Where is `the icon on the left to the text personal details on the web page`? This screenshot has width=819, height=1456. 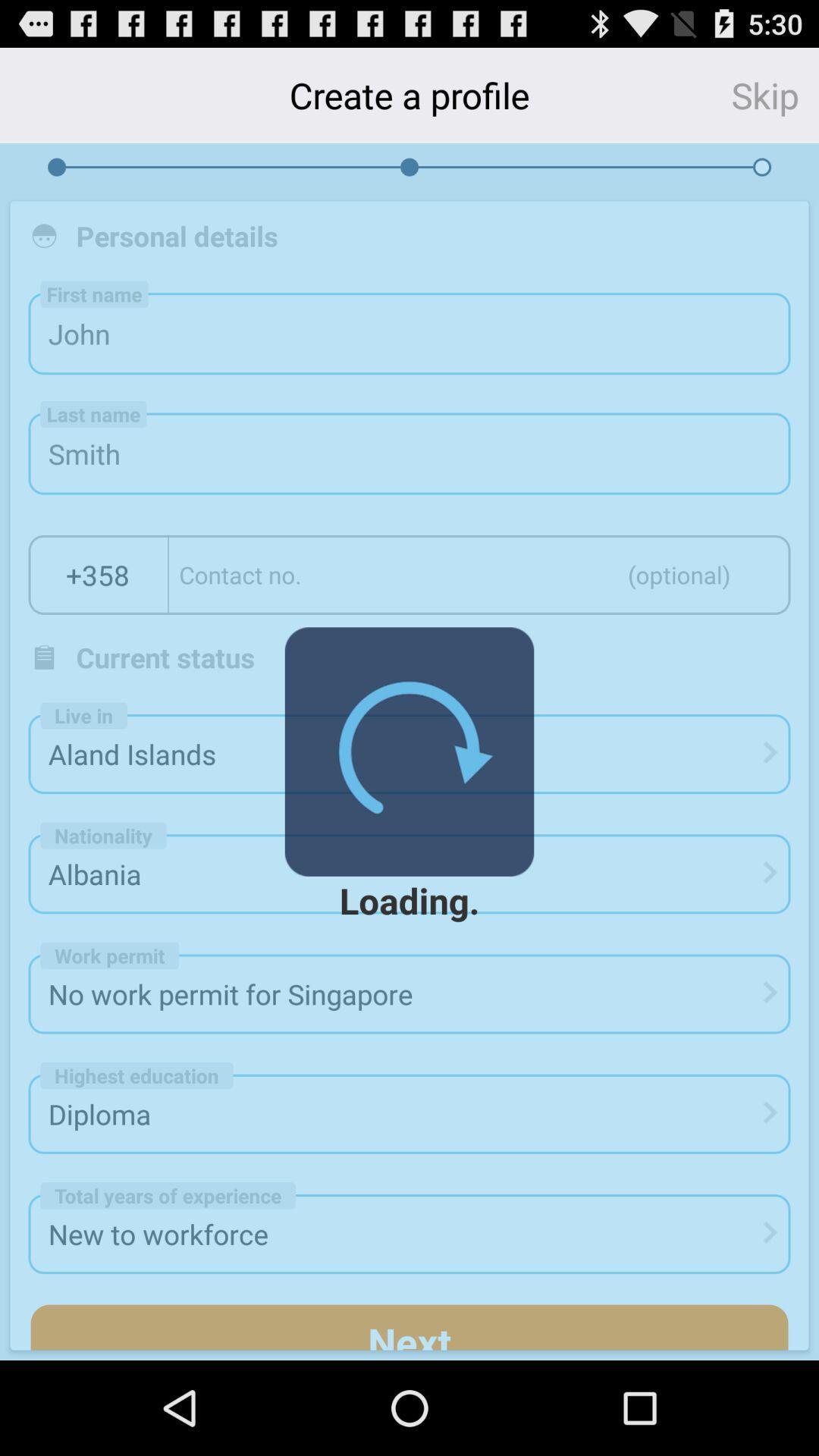
the icon on the left to the text personal details on the web page is located at coordinates (43, 235).